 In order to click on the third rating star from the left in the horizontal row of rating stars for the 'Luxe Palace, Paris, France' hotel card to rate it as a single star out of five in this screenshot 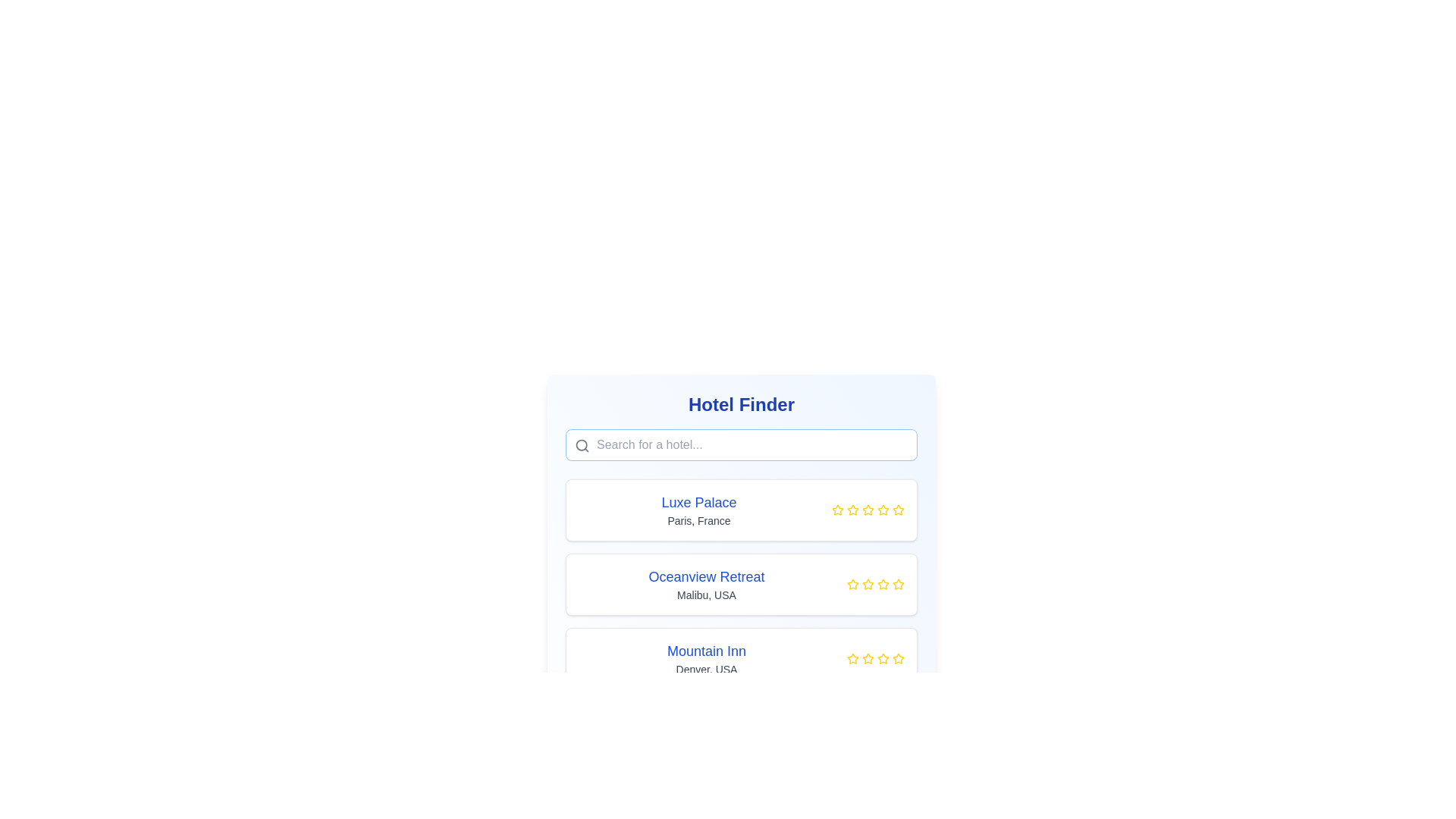, I will do `click(852, 510)`.